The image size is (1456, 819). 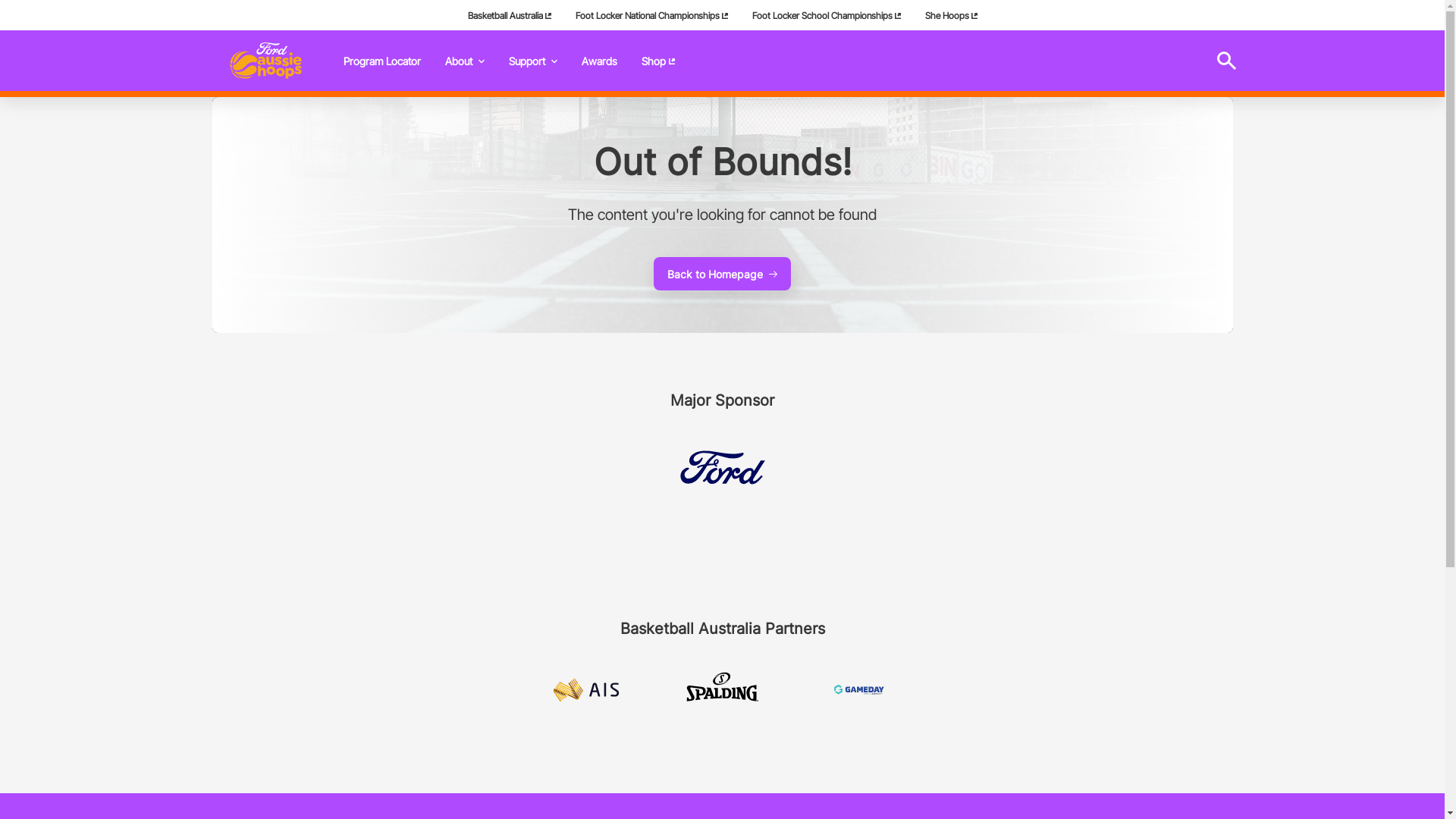 I want to click on 'Basketball Australia', so click(x=509, y=14).